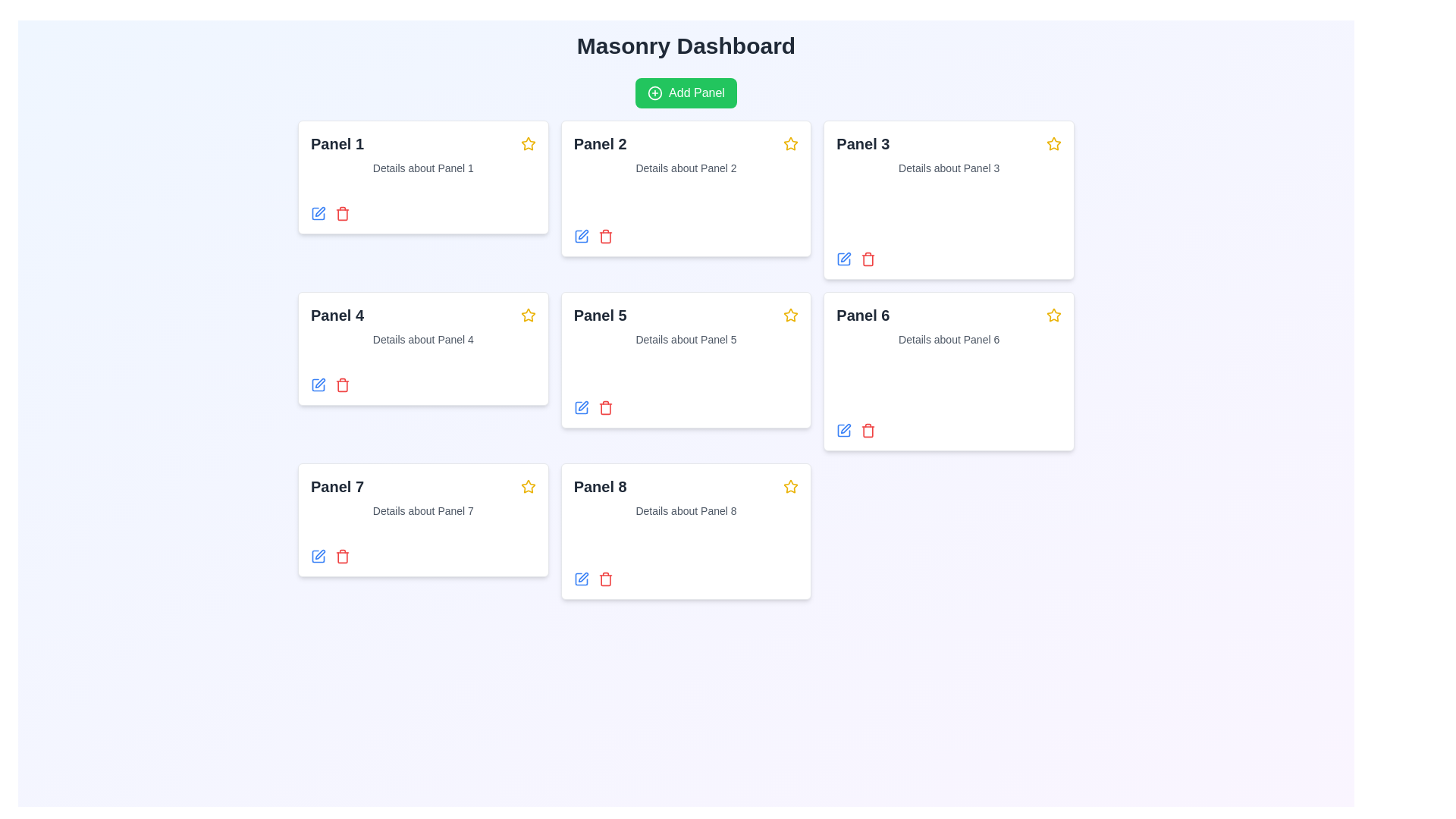 This screenshot has height=819, width=1456. Describe the element at coordinates (686, 93) in the screenshot. I see `the button located below the 'Masonry Dashboard' title` at that location.